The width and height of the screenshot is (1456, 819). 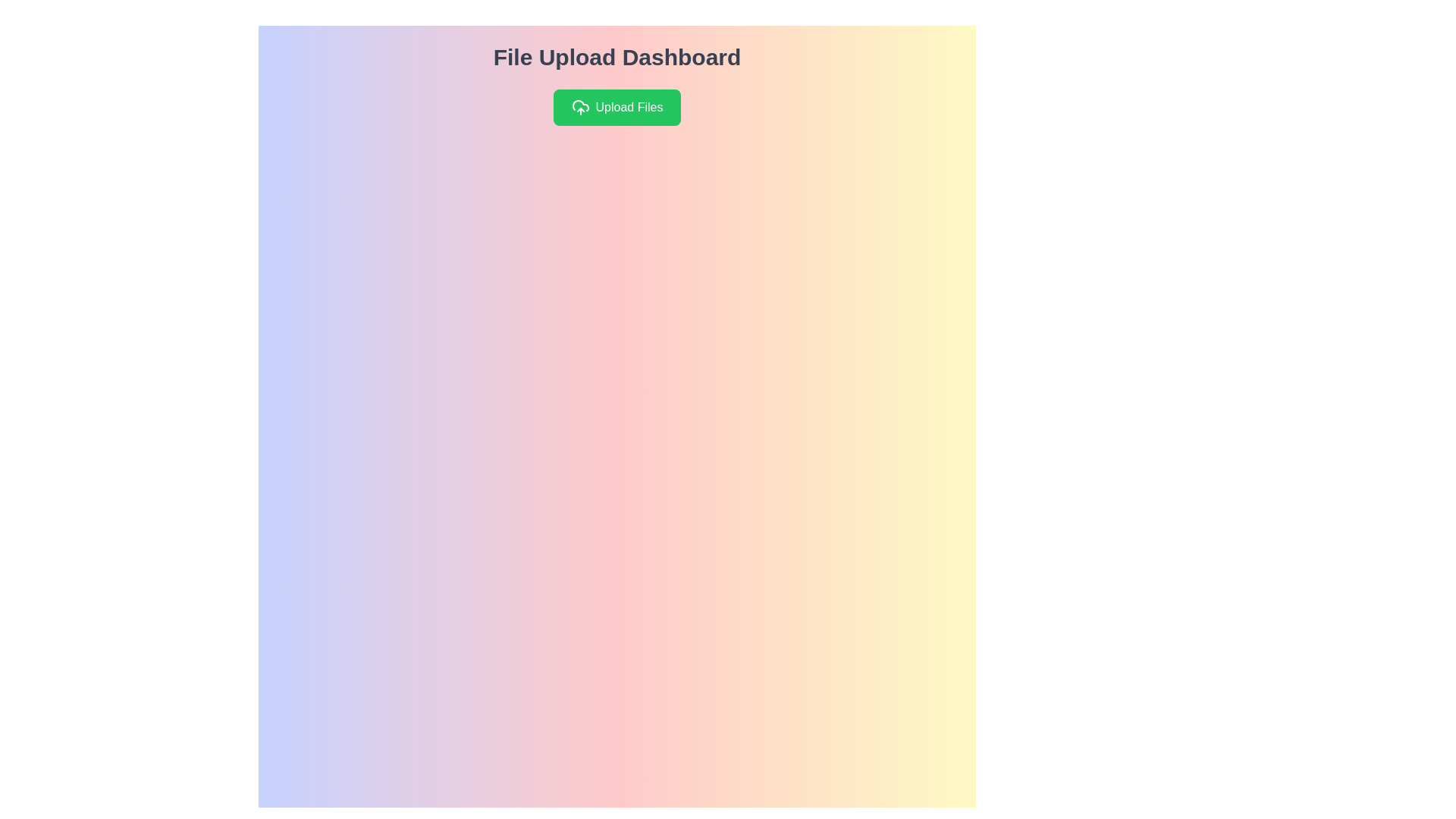 I want to click on the 'File Upload Dashboard' text header, which is a large, bold heading at the top of the interface, styled with a gray font color and centrally positioned, so click(x=617, y=57).